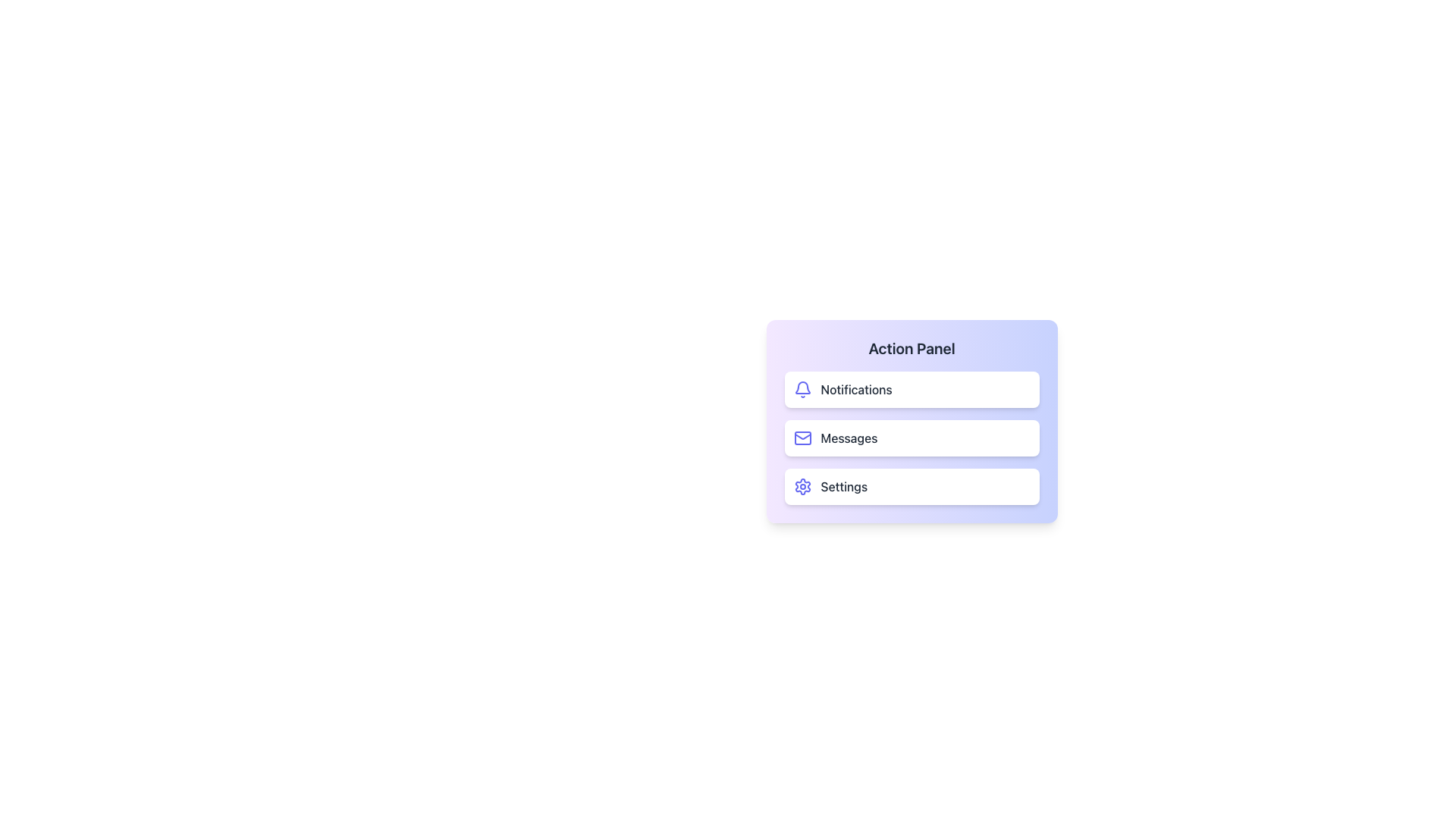  Describe the element at coordinates (911, 348) in the screenshot. I see `the 'Action Panel' text label, which is styled with a bold typeface and is centered above the buttons 'Notifications', 'Messages', and 'Settings'` at that location.